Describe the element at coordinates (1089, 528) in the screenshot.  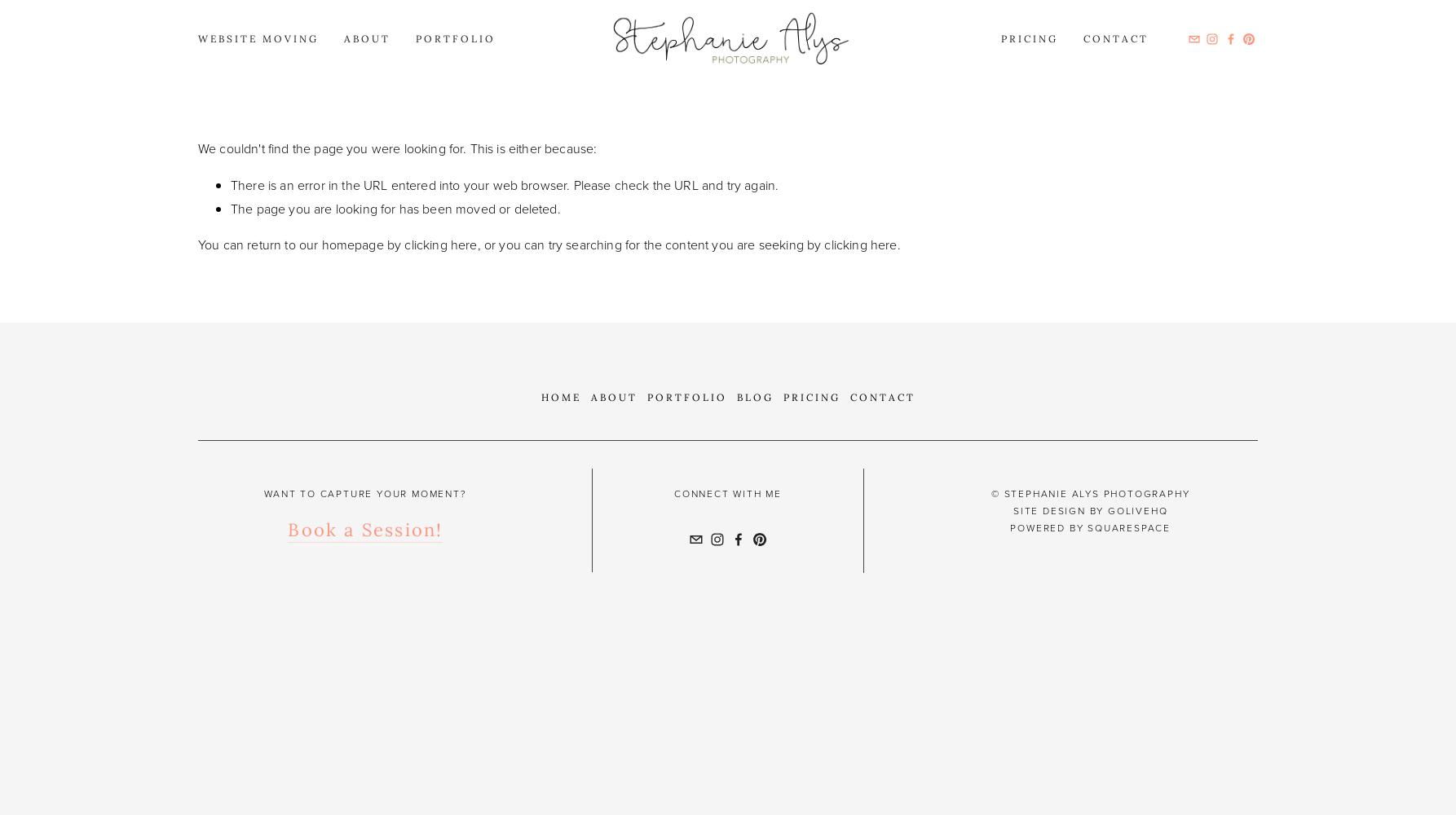
I see `'POWERED BY SQUARESPACE'` at that location.